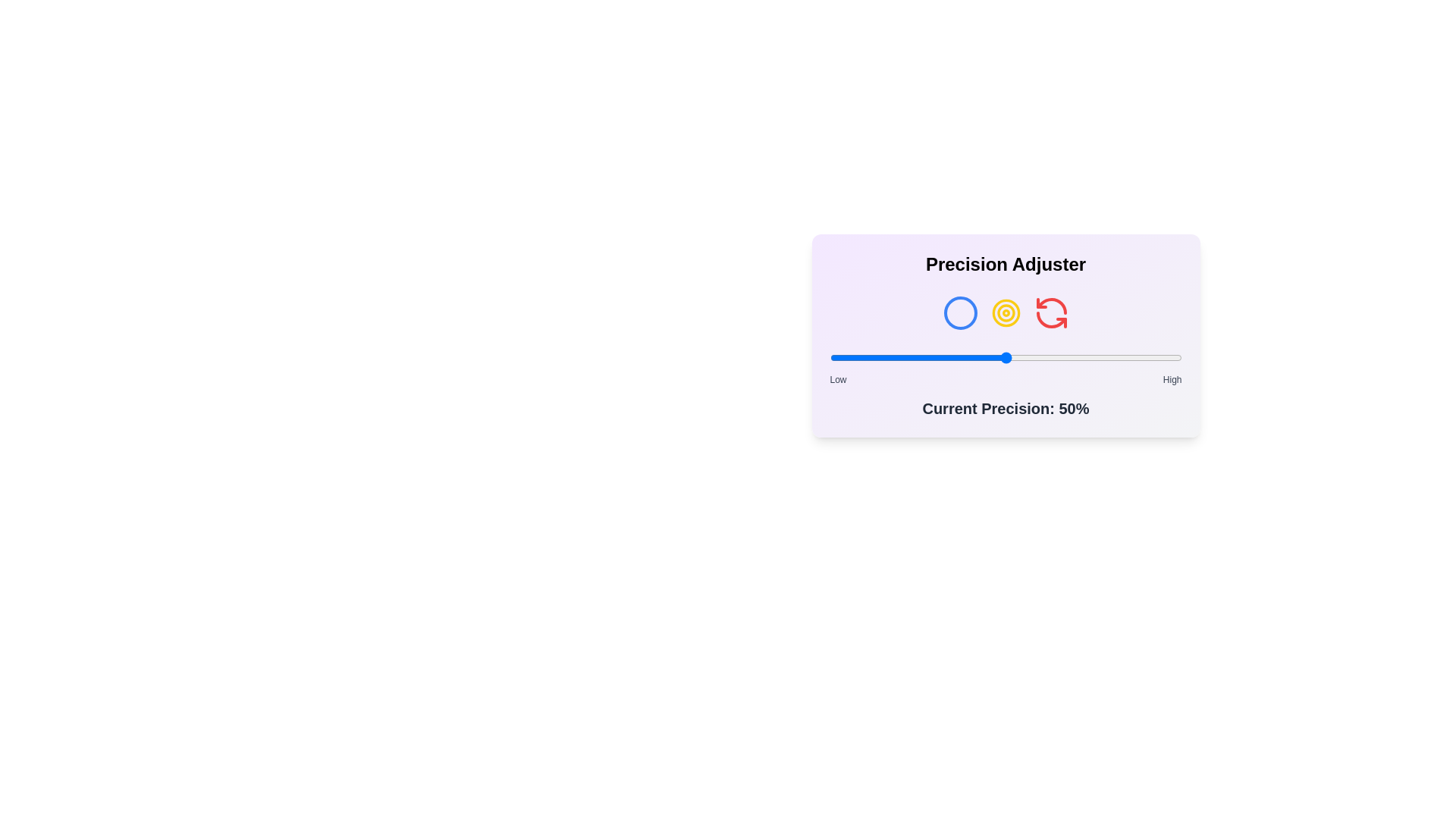 Image resolution: width=1456 pixels, height=819 pixels. What do you see at coordinates (1006, 312) in the screenshot?
I see `the target icon in the Precision Selector component` at bounding box center [1006, 312].